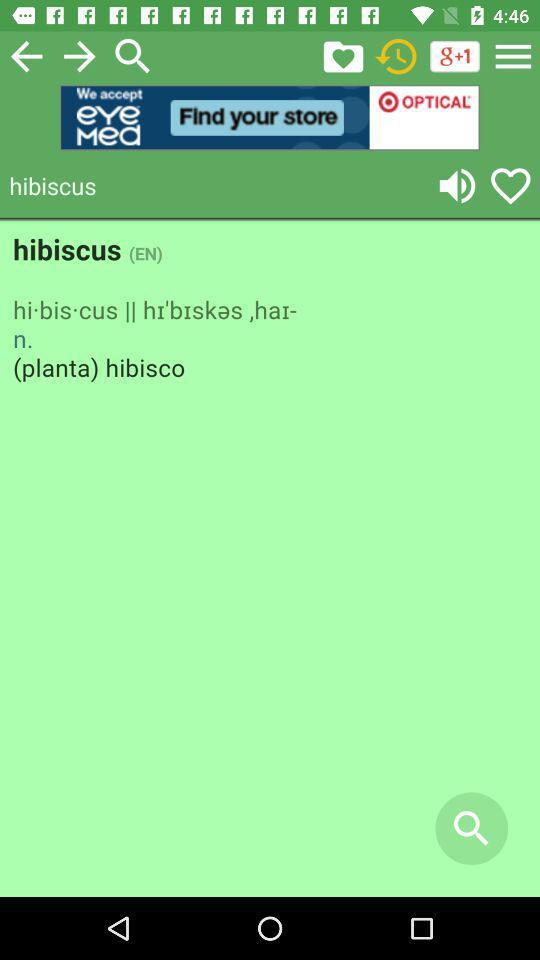 The image size is (540, 960). I want to click on like symbol, so click(510, 185).